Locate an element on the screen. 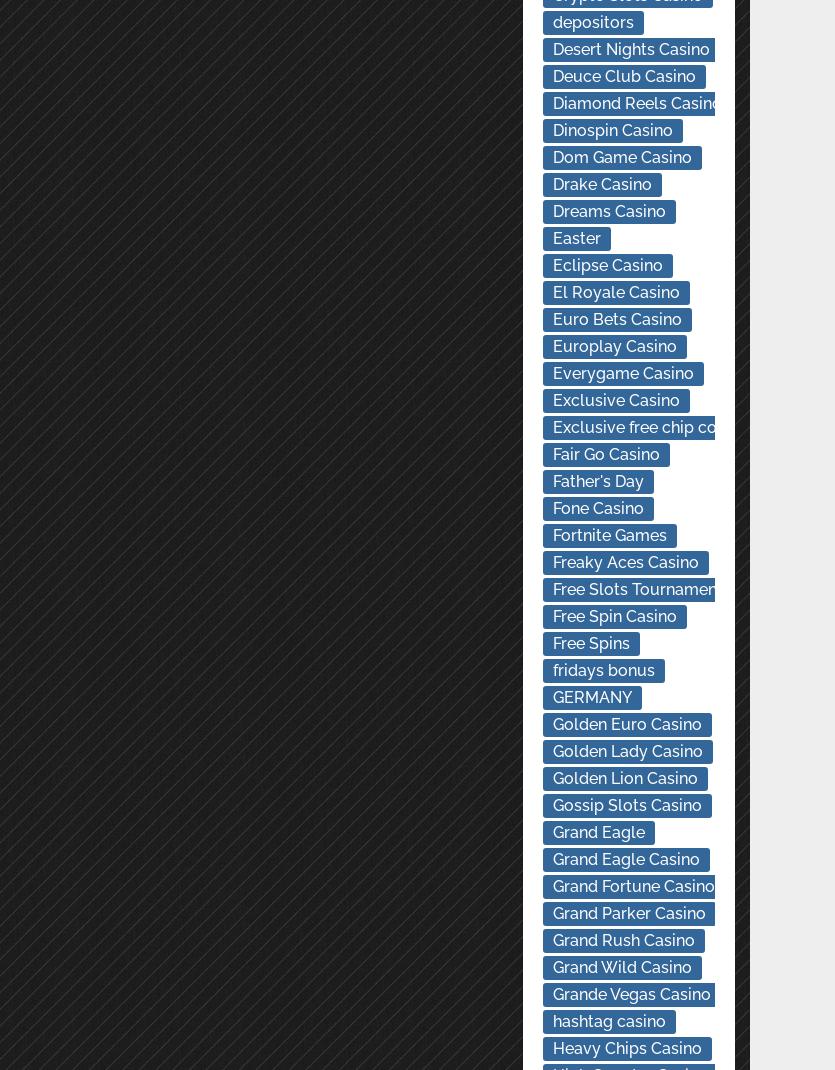 This screenshot has width=835, height=1070. 'Grand Rush Casino' is located at coordinates (621, 939).